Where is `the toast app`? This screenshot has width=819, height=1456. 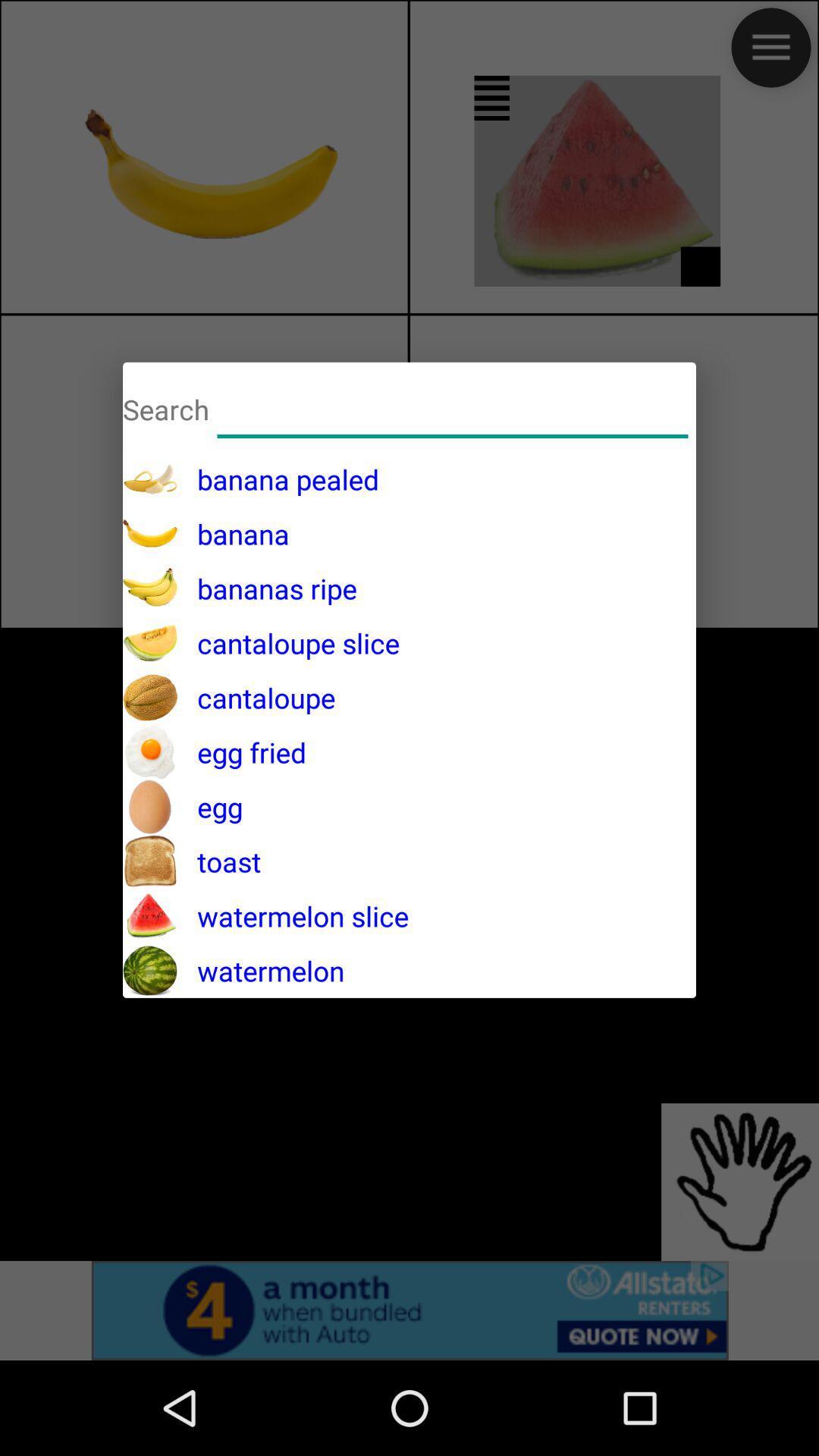 the toast app is located at coordinates (219, 861).